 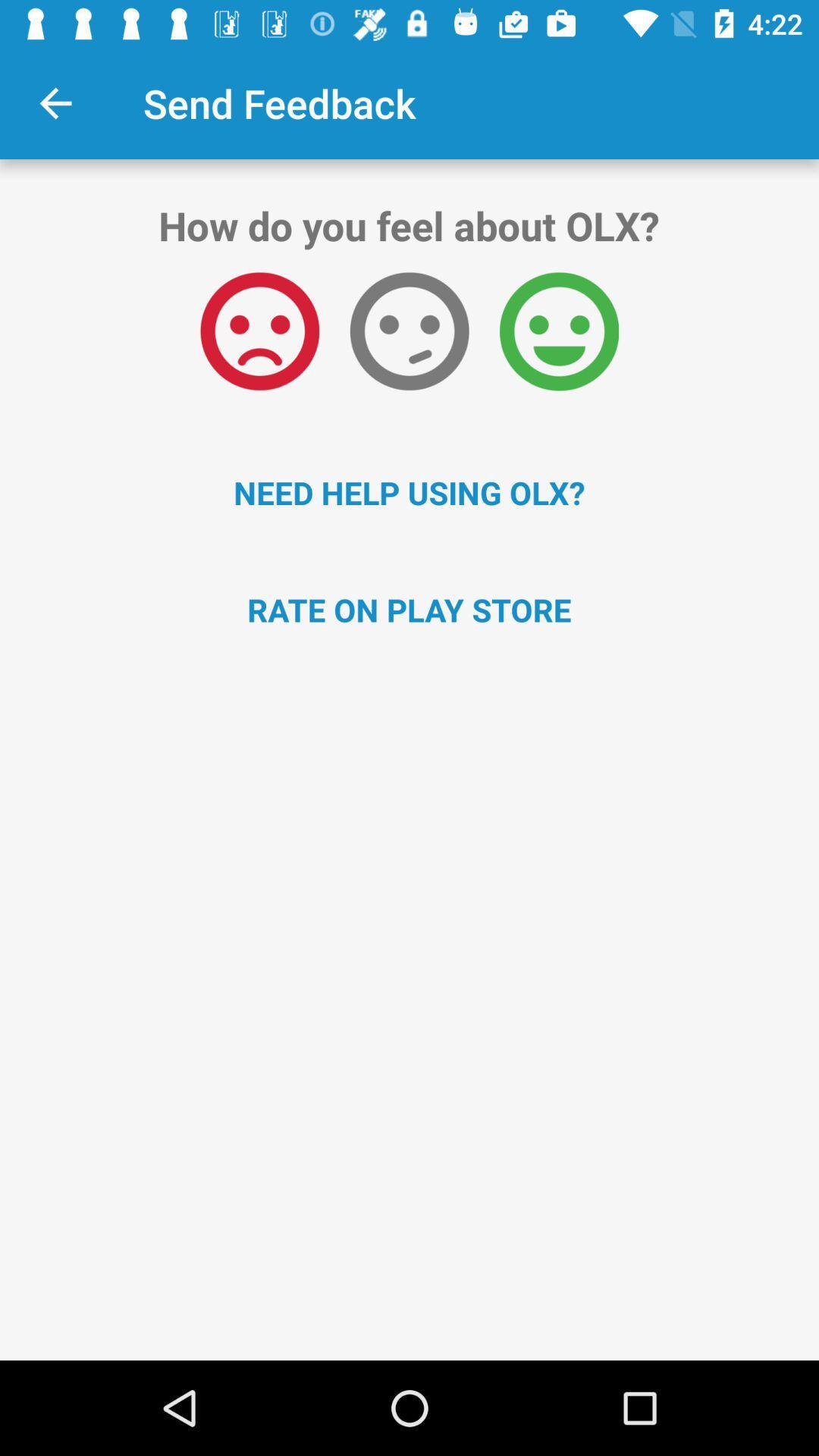 What do you see at coordinates (55, 102) in the screenshot?
I see `the item to the left of send feedback app` at bounding box center [55, 102].